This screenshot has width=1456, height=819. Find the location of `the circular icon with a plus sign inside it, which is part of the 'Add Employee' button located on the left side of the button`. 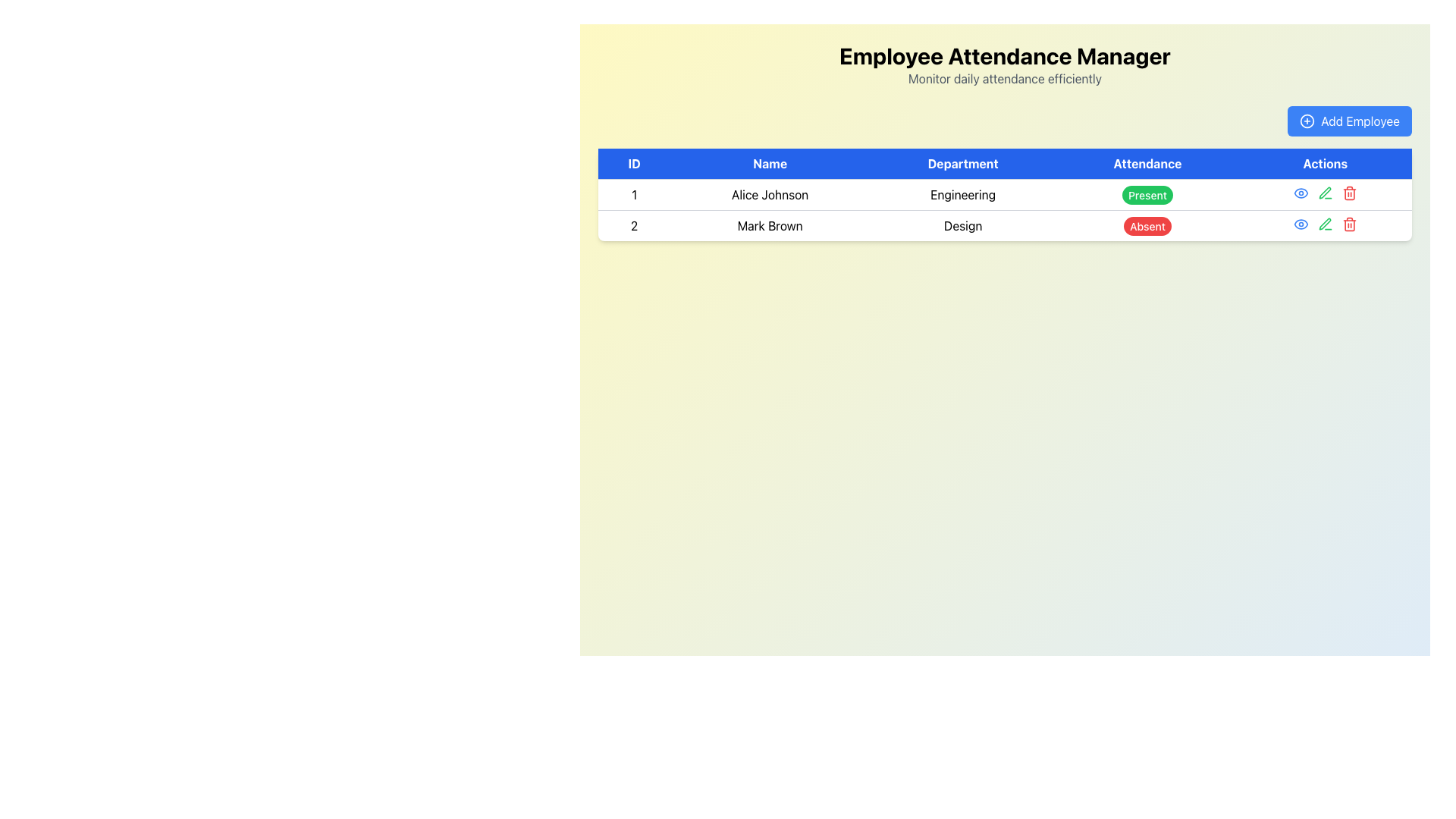

the circular icon with a plus sign inside it, which is part of the 'Add Employee' button located on the left side of the button is located at coordinates (1307, 120).